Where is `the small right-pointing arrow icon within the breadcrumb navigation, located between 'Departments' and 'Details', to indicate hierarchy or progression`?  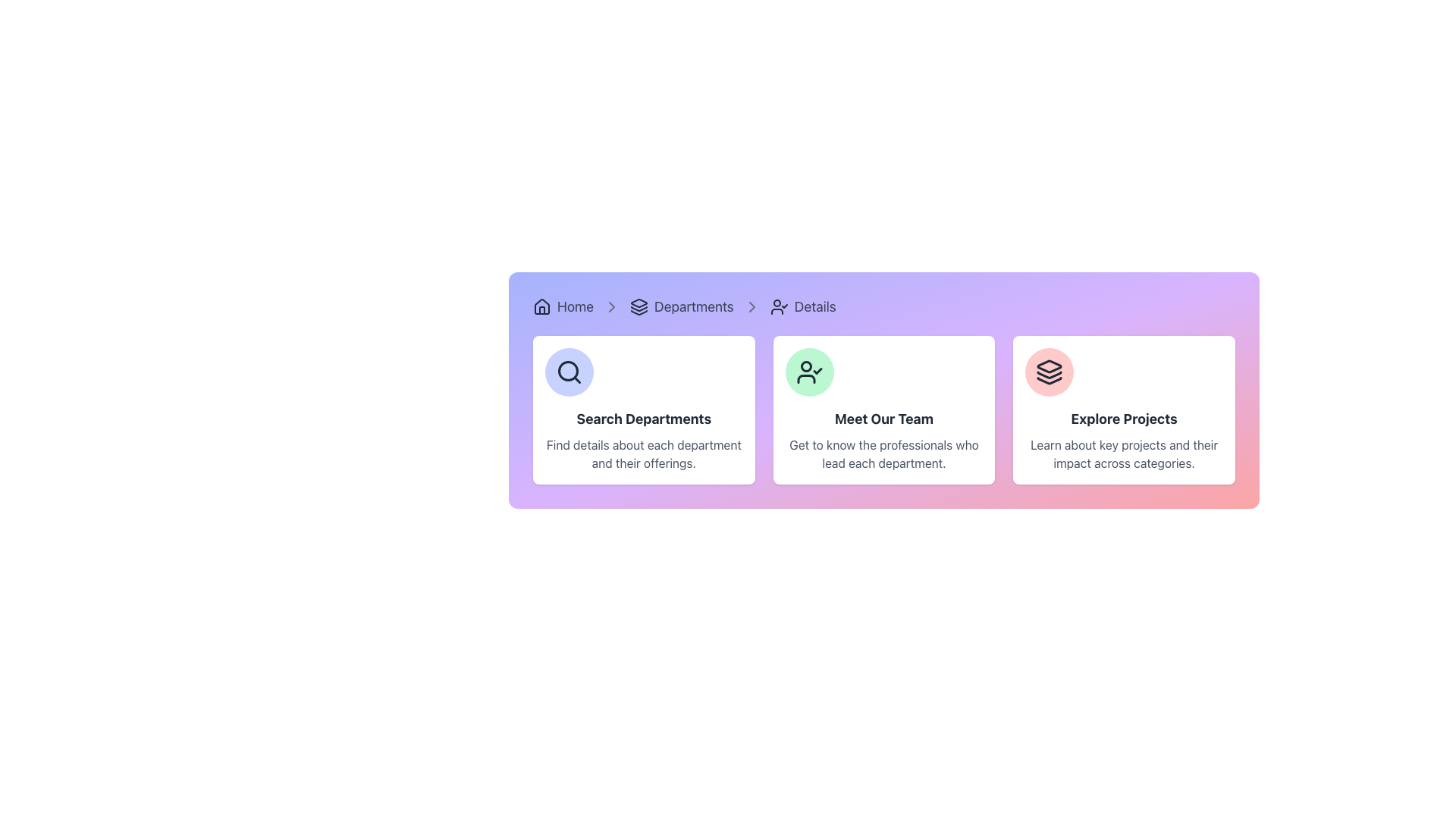
the small right-pointing arrow icon within the breadcrumb navigation, located between 'Departments' and 'Details', to indicate hierarchy or progression is located at coordinates (611, 307).